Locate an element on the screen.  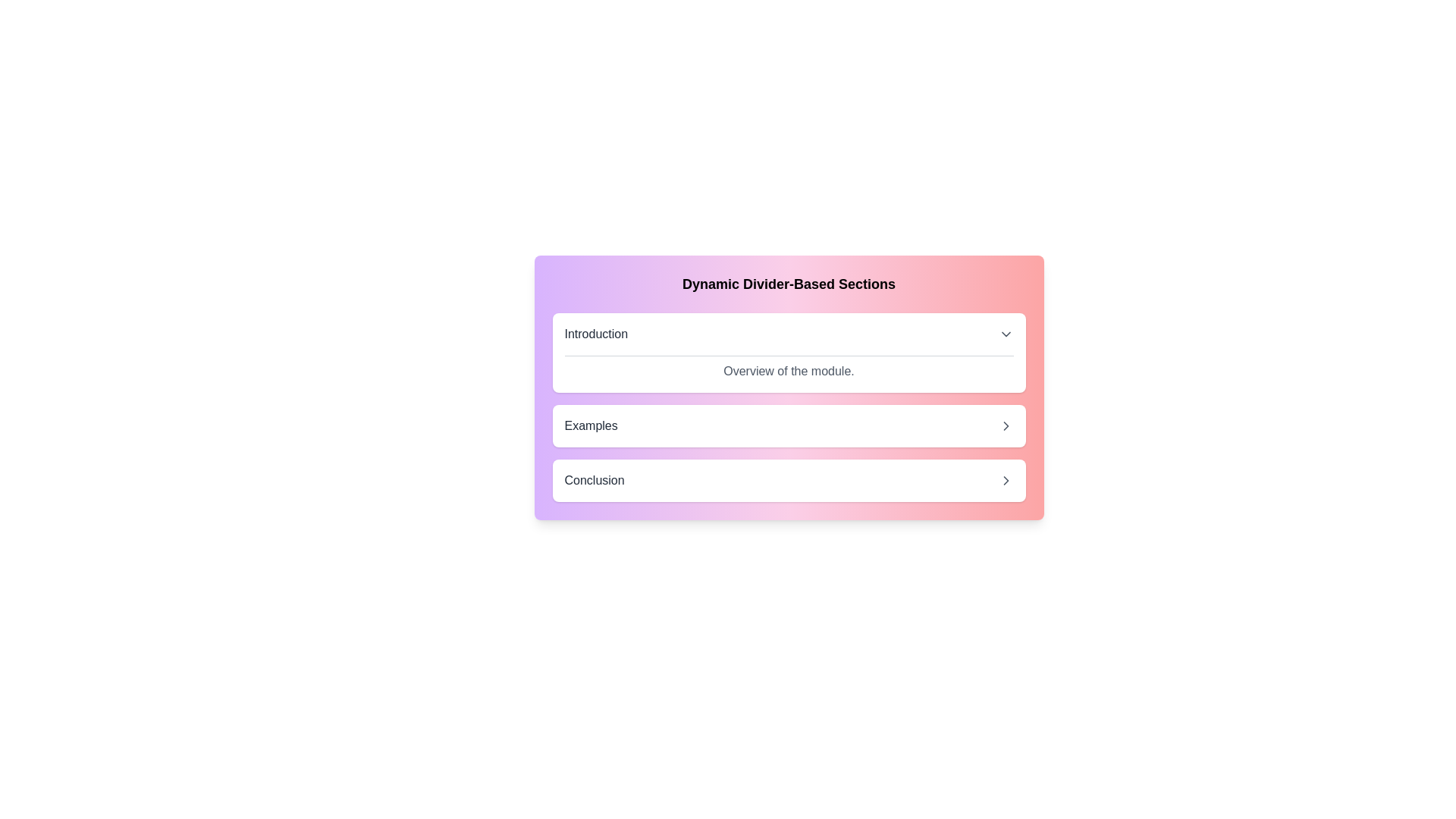
the downward-pointing chevron icon next to the 'Introduction' text label is located at coordinates (1006, 333).